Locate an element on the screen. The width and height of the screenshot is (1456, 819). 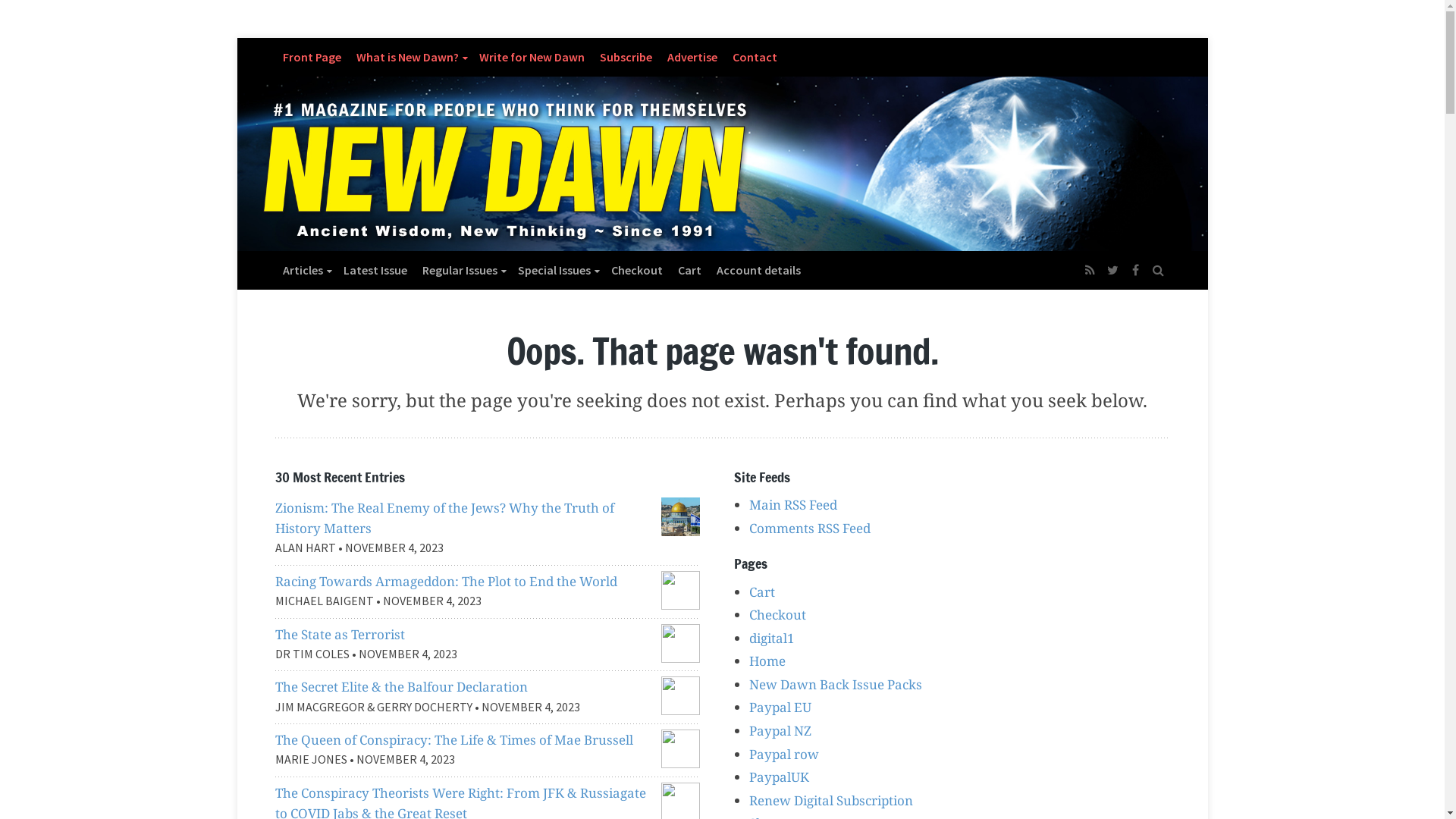
'Facebook' is located at coordinates (1135, 268).